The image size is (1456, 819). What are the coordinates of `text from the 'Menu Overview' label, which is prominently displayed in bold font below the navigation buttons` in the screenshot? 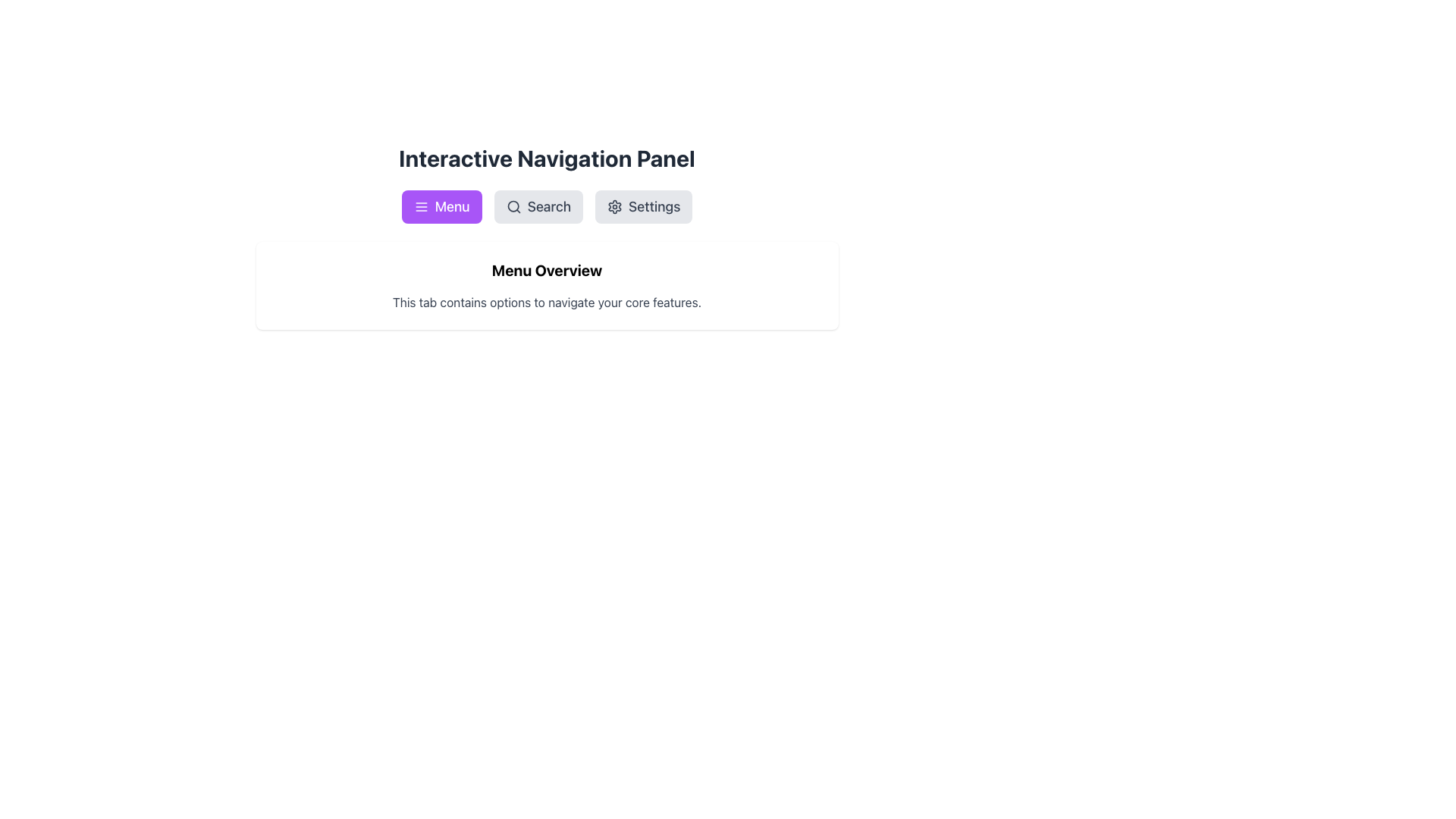 It's located at (546, 270).